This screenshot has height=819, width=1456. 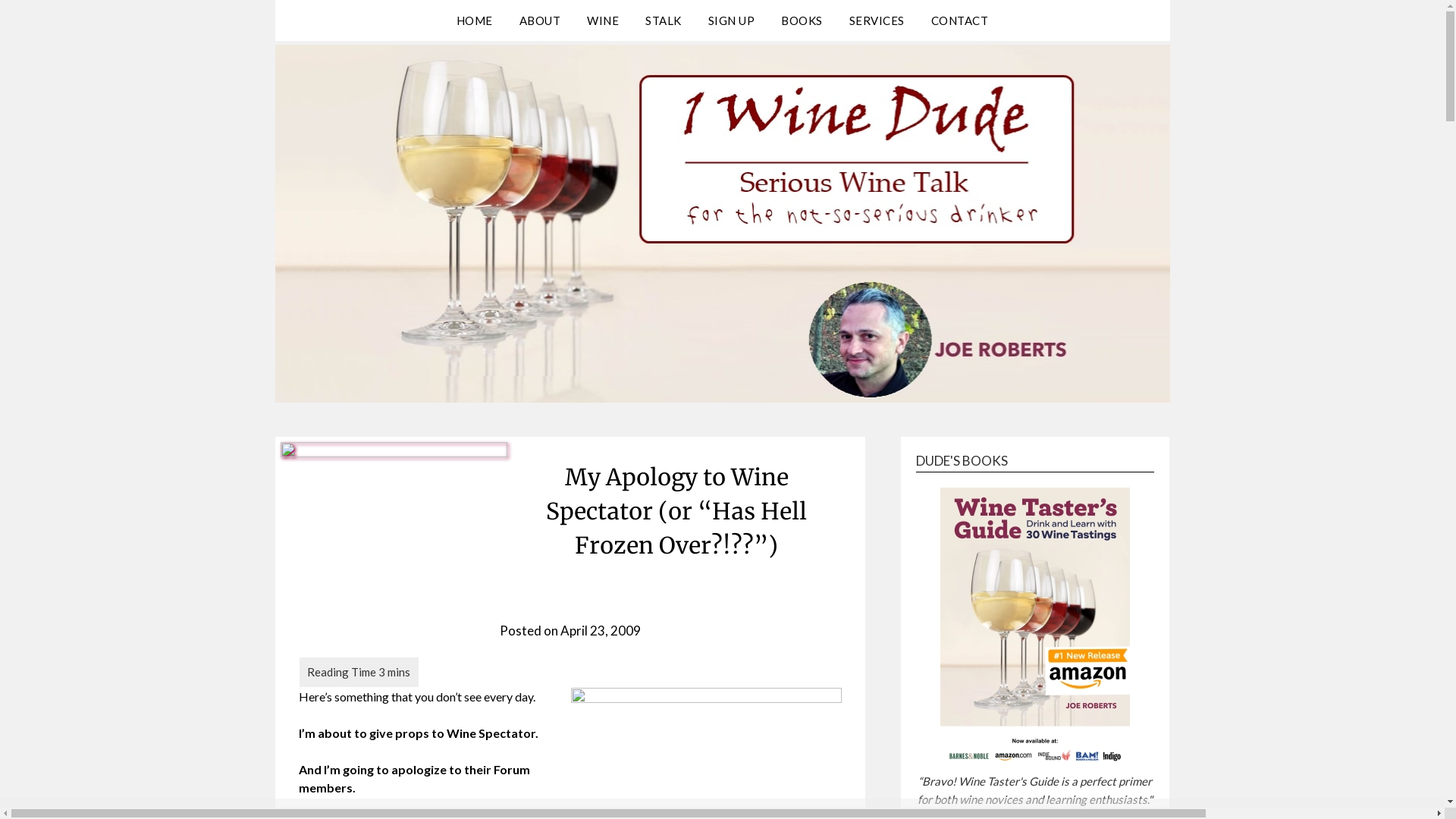 I want to click on 'CONTACT', so click(x=959, y=20).